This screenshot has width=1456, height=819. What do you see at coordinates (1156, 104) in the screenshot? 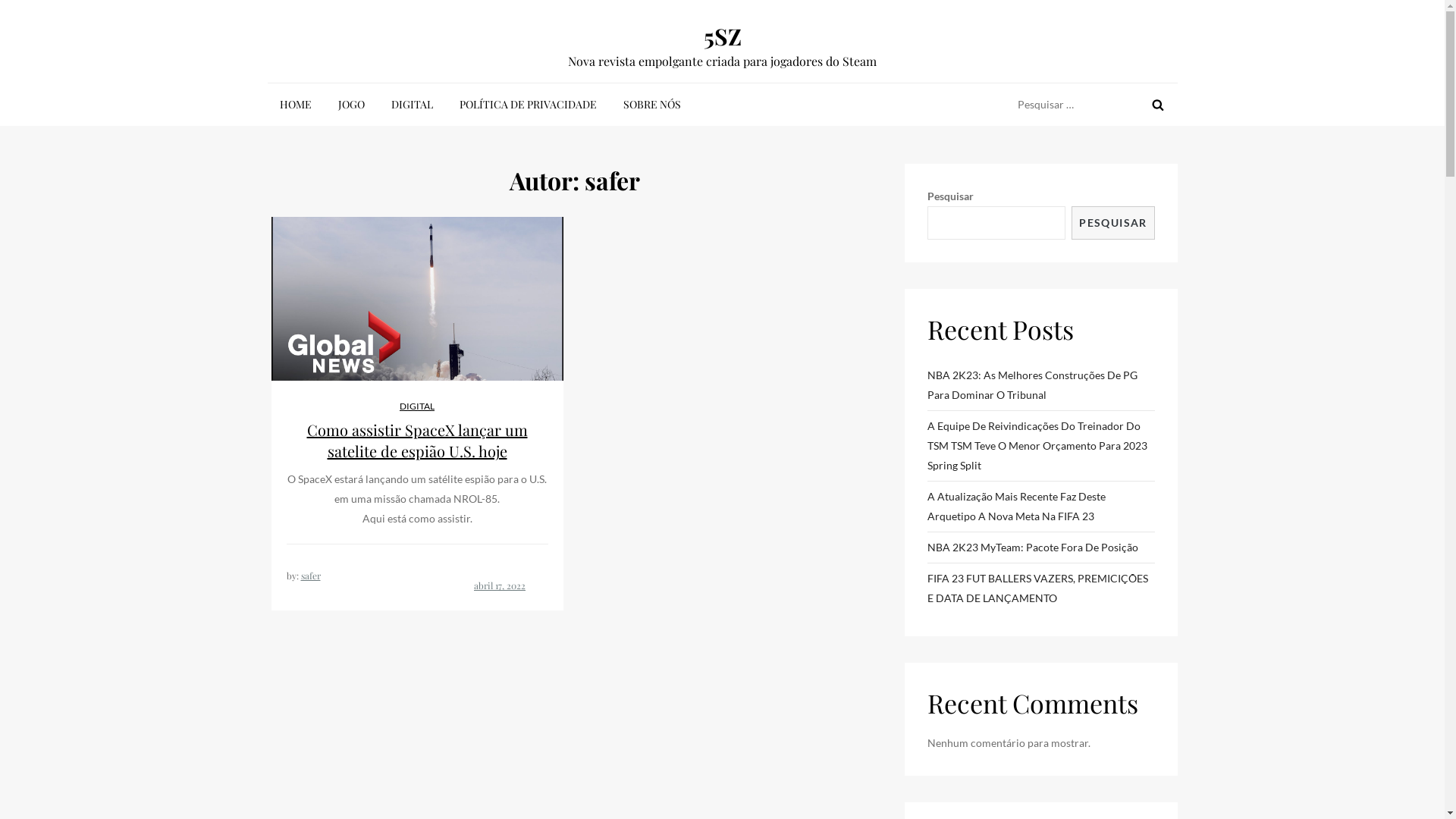
I see `'Search'` at bounding box center [1156, 104].